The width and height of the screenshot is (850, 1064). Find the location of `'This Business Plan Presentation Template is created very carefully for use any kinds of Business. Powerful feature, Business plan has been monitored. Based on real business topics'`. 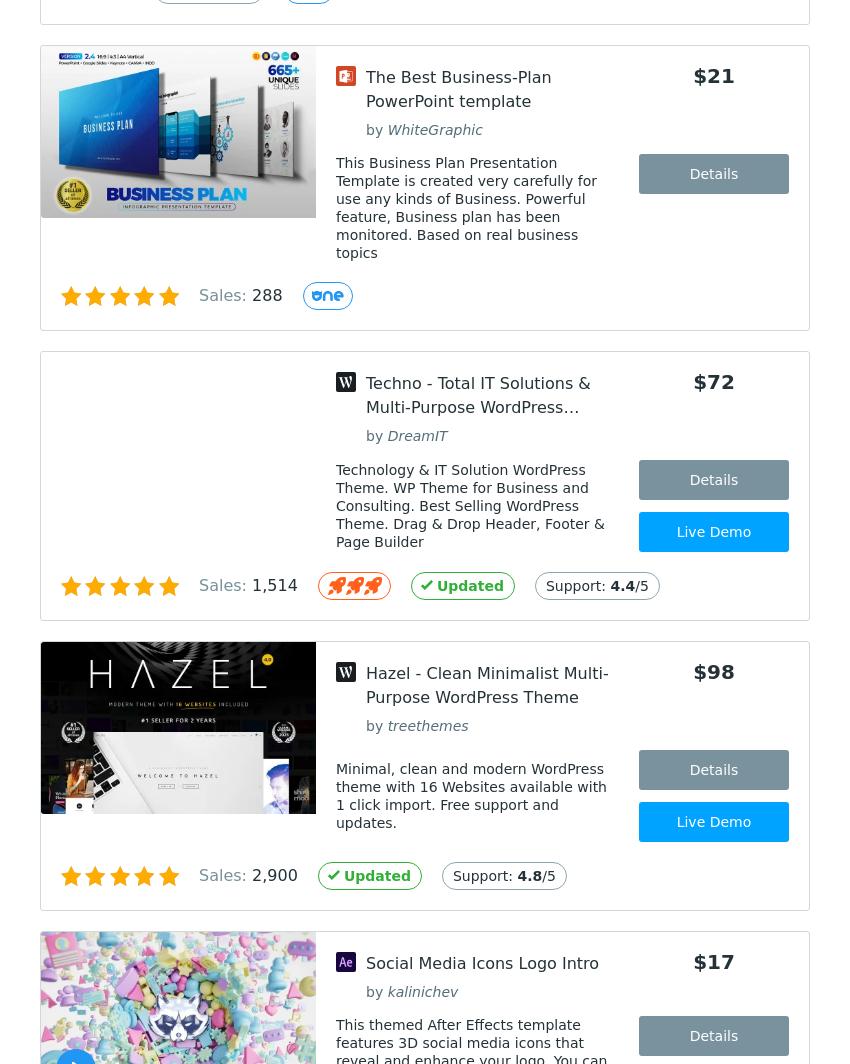

'This Business Plan Presentation Template is created very carefully for use any kinds of Business. Powerful feature, Business plan has been monitored. Based on real business topics' is located at coordinates (336, 208).